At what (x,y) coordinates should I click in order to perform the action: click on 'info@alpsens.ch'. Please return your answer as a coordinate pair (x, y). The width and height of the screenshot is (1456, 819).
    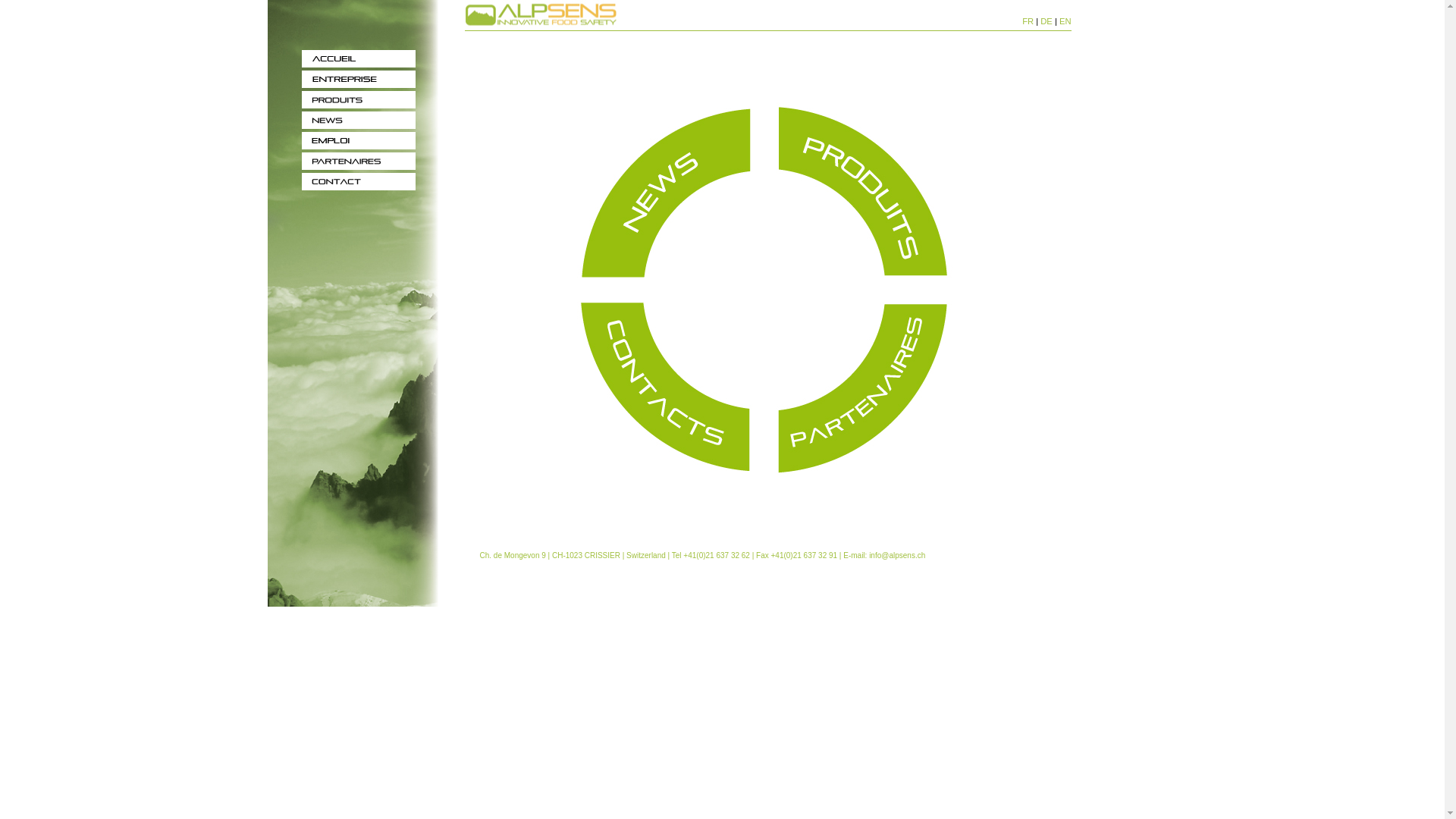
    Looking at the image, I should click on (869, 555).